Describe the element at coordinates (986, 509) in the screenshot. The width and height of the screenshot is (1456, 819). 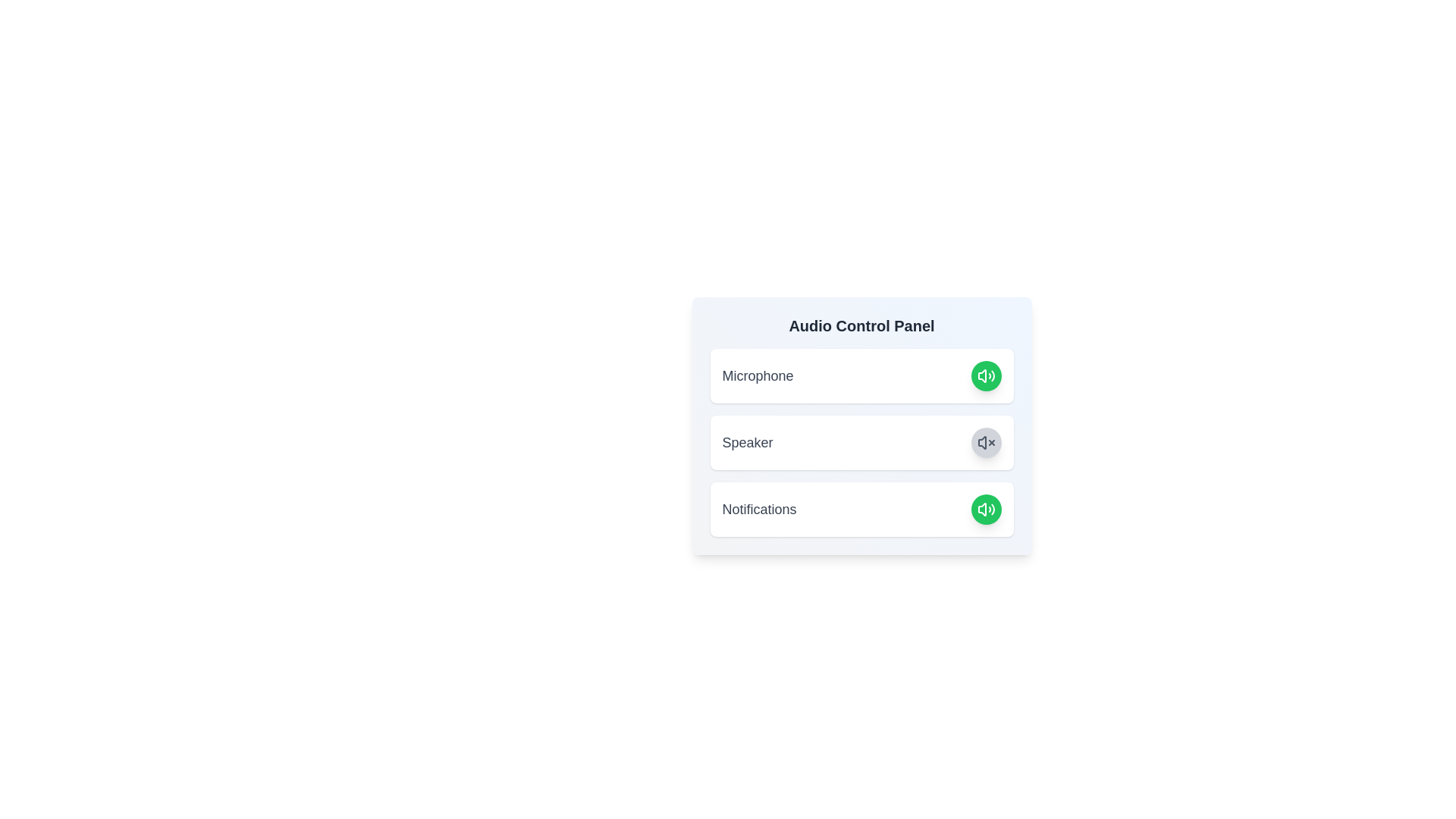
I see `the notification toggle button located in the third card of the 'Audio Control Panel'` at that location.